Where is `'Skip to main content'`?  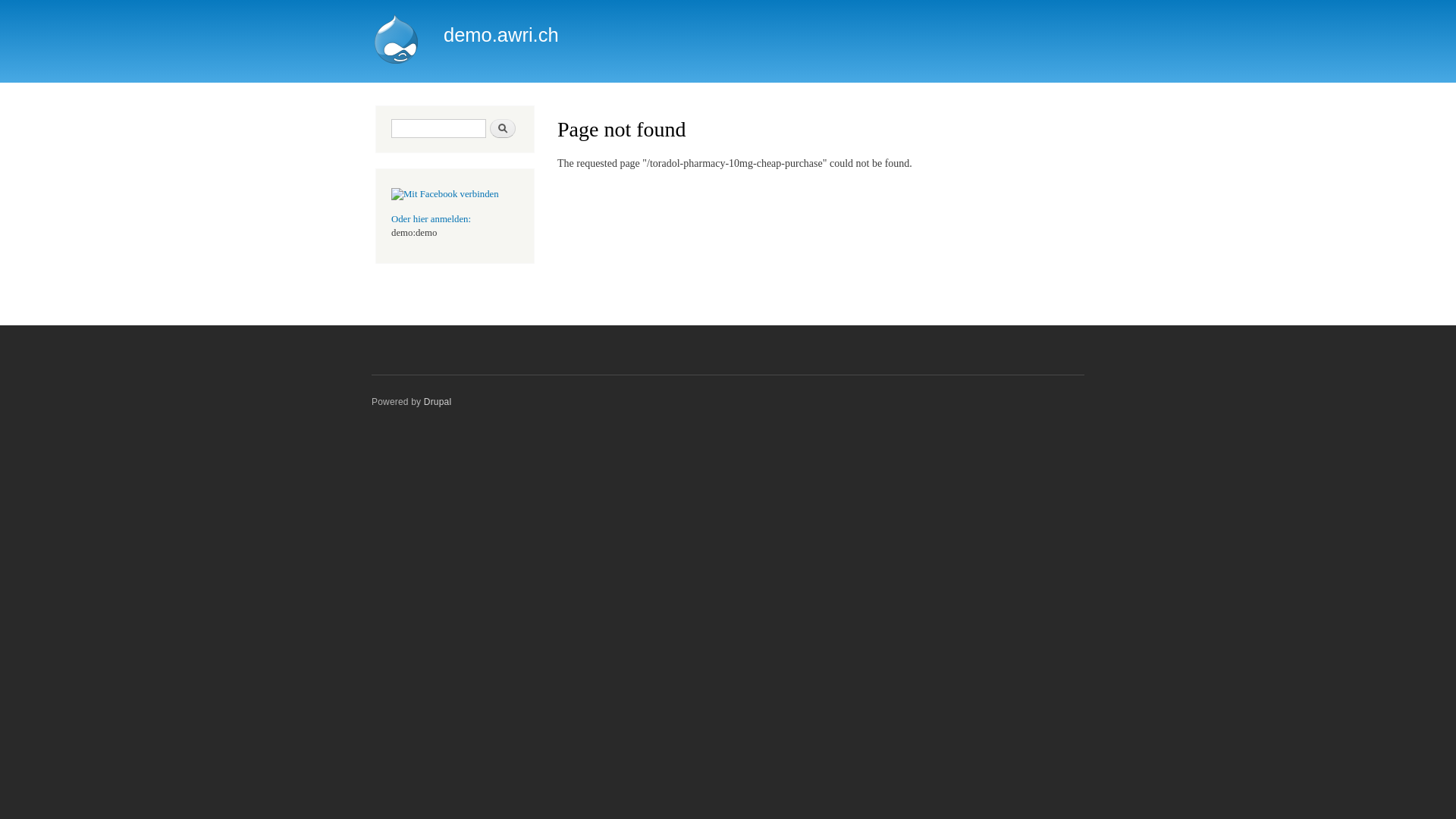
'Skip to main content' is located at coordinates (671, 2).